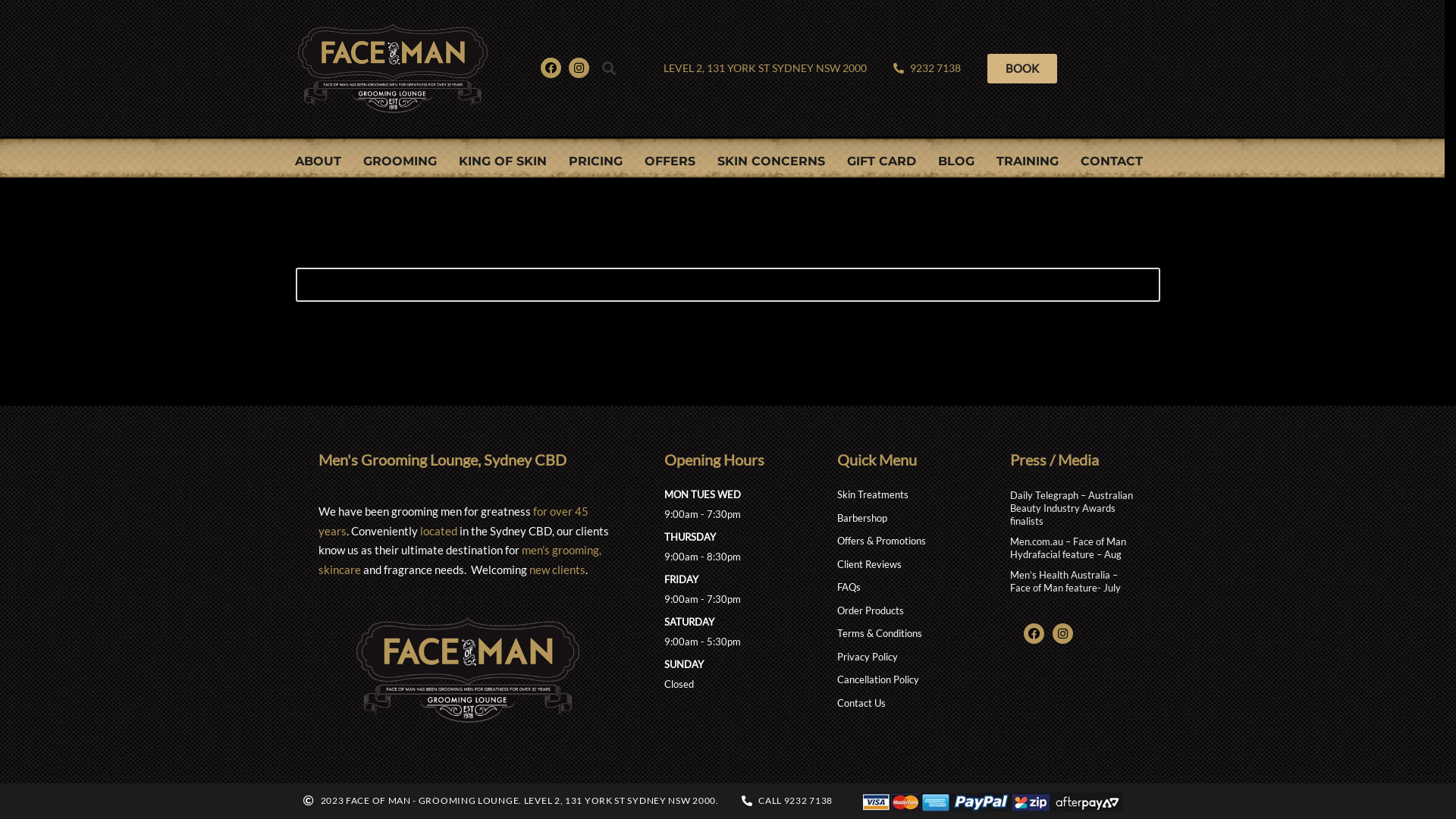 Image resolution: width=1456 pixels, height=819 pixels. Describe the element at coordinates (954, 161) in the screenshot. I see `'BLOG'` at that location.